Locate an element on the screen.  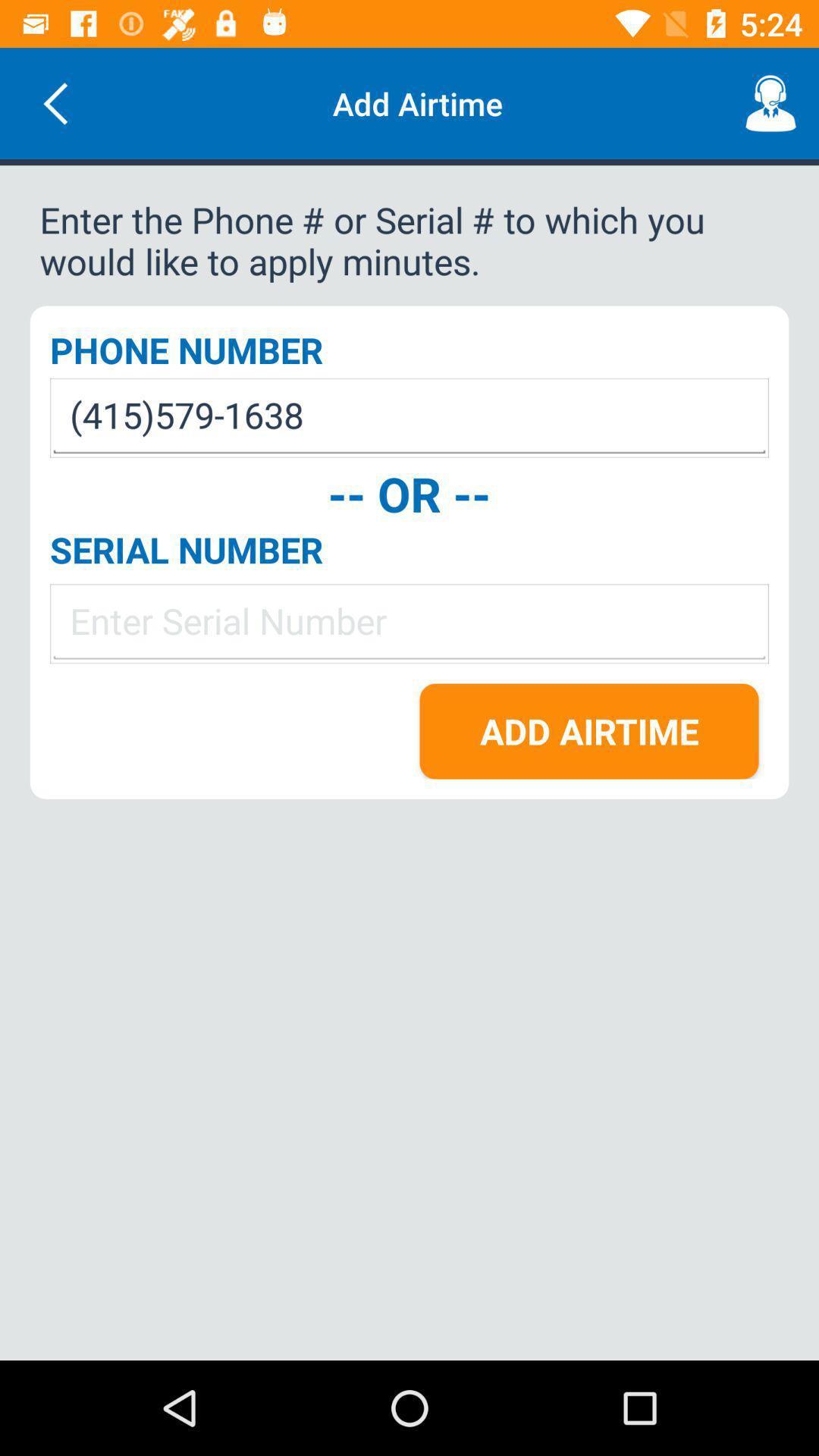
the item to the left of the add airtime is located at coordinates (55, 102).